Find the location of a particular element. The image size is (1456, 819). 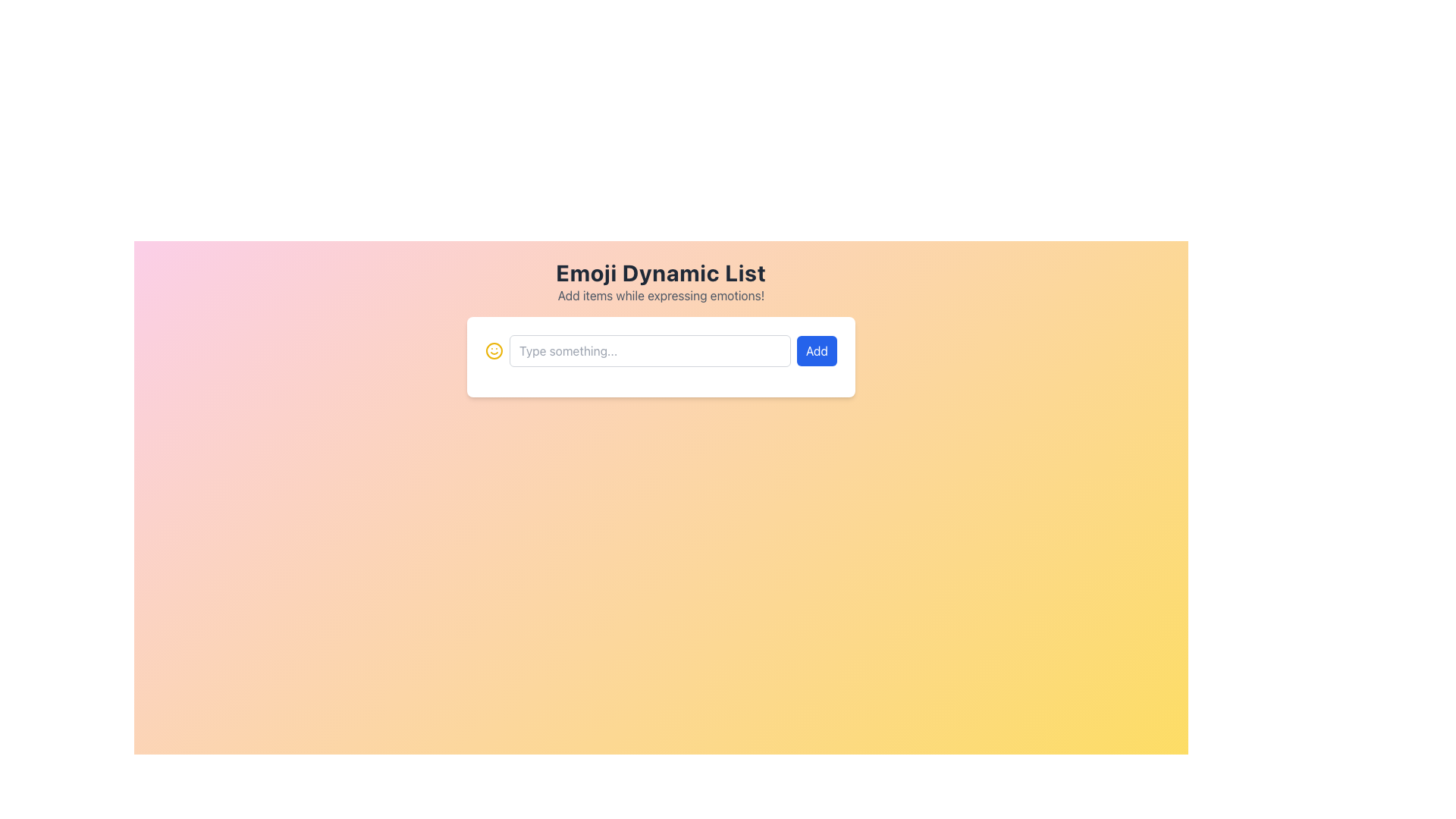

the button that serves as a trigger for adding items, which is the last element in a horizontal group including an emoji icon and a text input box is located at coordinates (816, 350).